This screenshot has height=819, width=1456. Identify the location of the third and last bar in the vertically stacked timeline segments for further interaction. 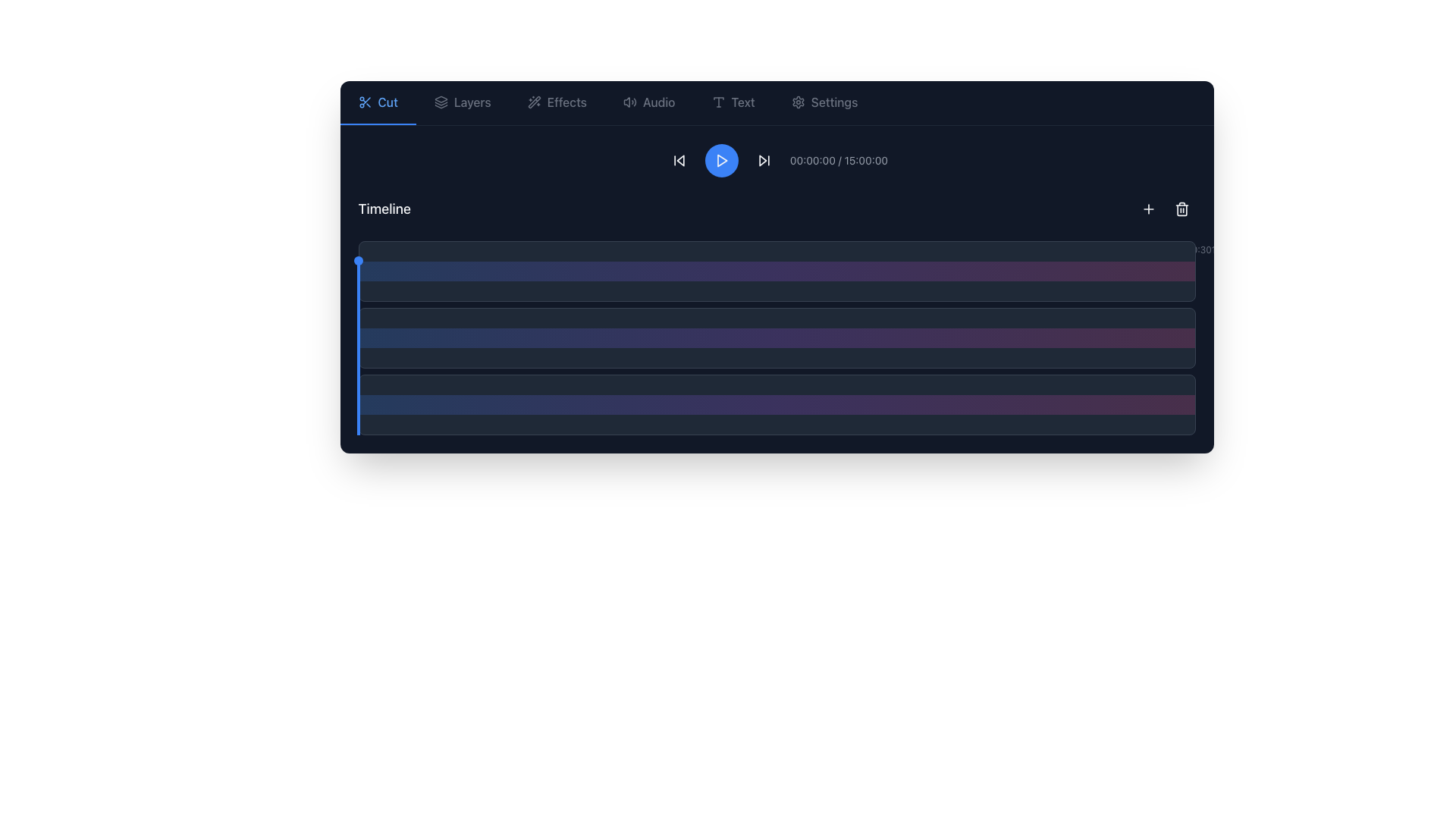
(777, 403).